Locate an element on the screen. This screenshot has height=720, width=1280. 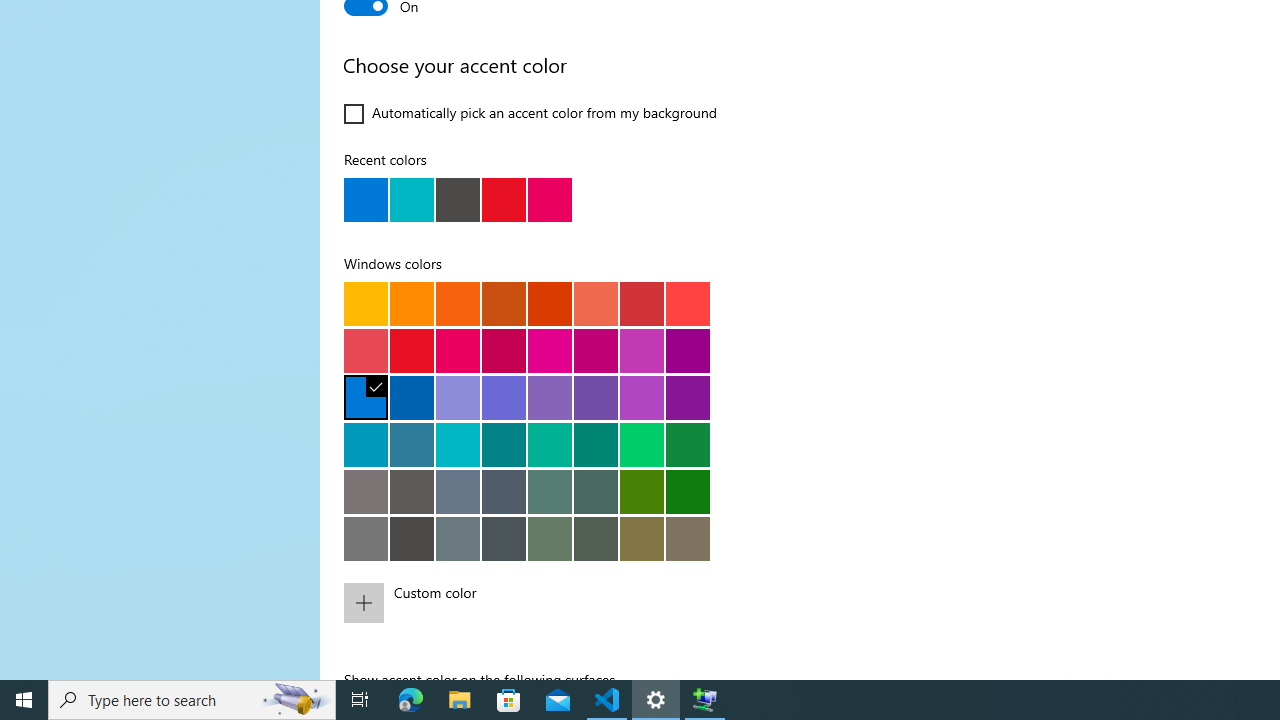
'Iris pastel' is located at coordinates (549, 397).